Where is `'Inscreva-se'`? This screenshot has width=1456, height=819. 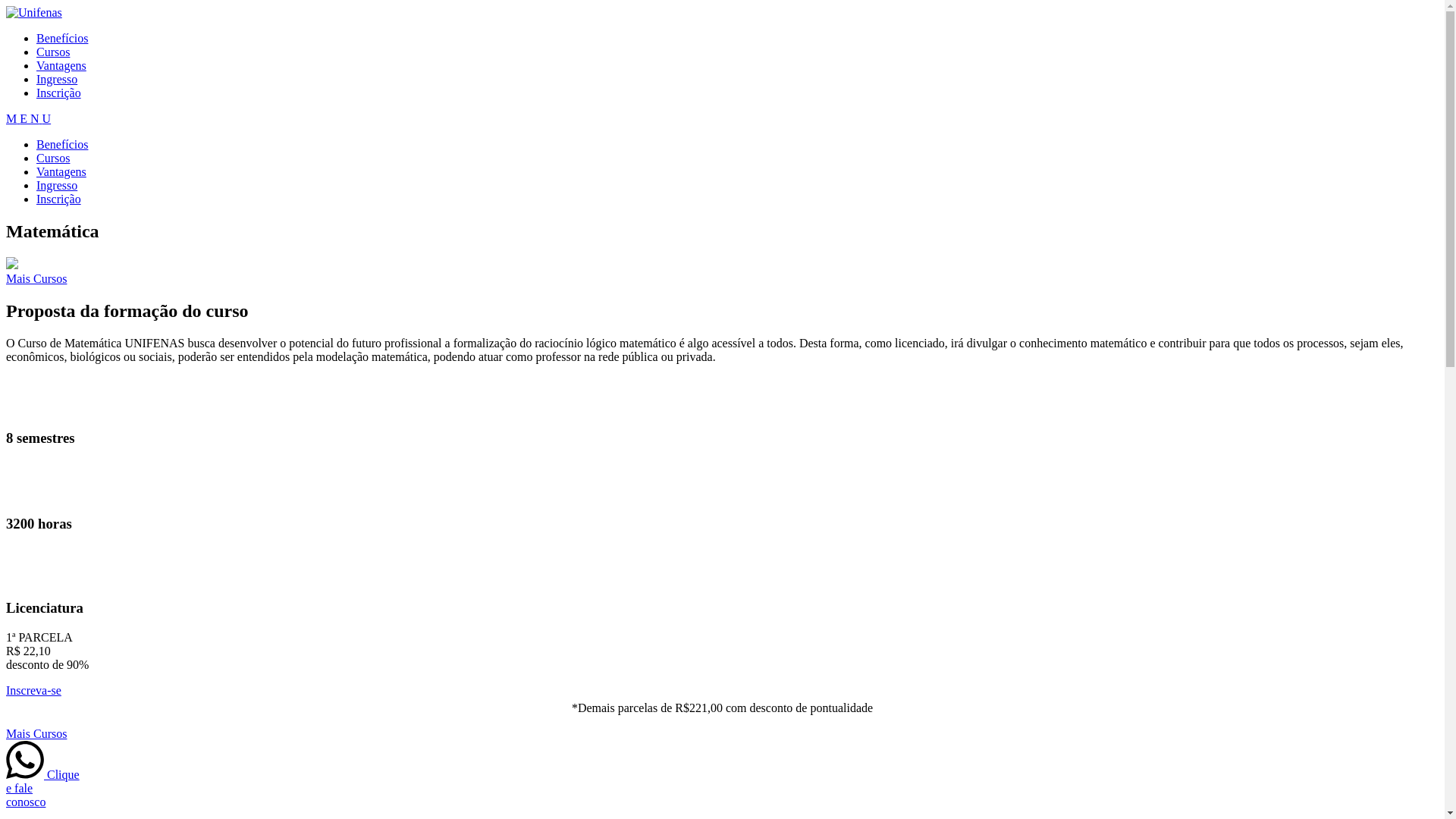
'Inscreva-se' is located at coordinates (6, 690).